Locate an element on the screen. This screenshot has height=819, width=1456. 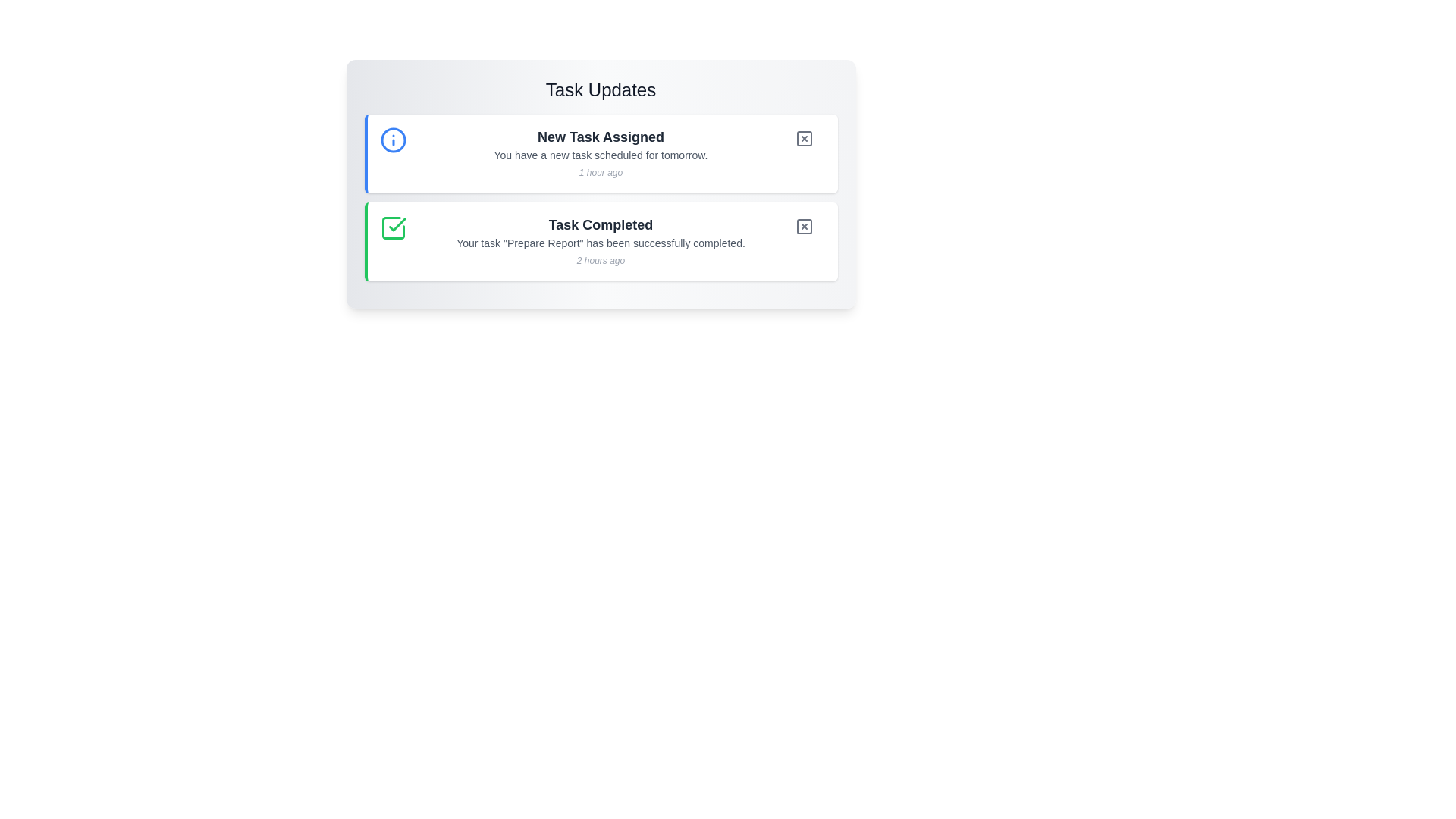
the static text displaying '2 hours ago' which is positioned below the message 'Your task "Prepare Report" has been successfully completed.' in the 'Task Completed' card is located at coordinates (600, 259).